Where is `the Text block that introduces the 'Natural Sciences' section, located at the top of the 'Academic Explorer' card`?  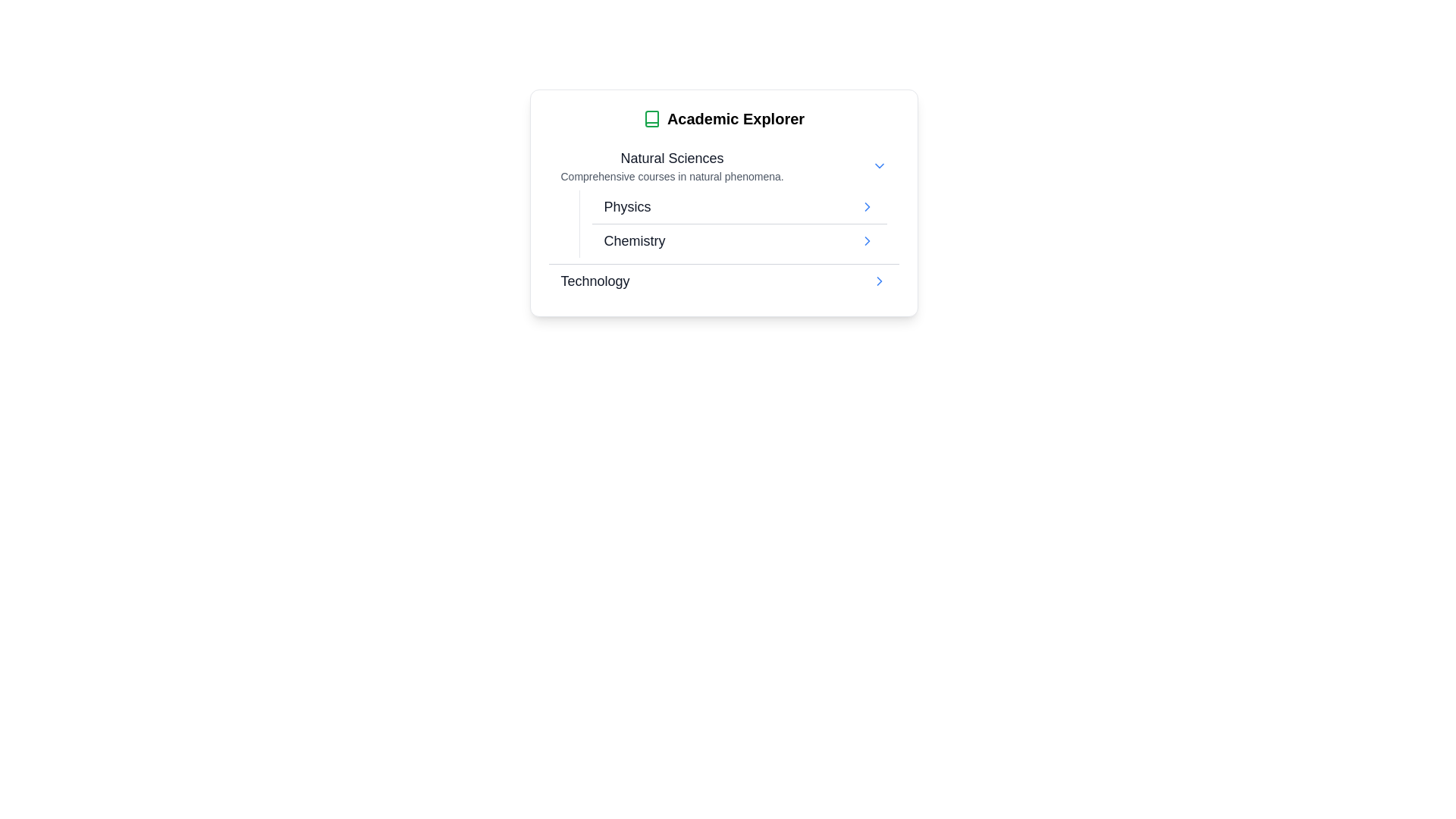
the Text block that introduces the 'Natural Sciences' section, located at the top of the 'Academic Explorer' card is located at coordinates (671, 166).